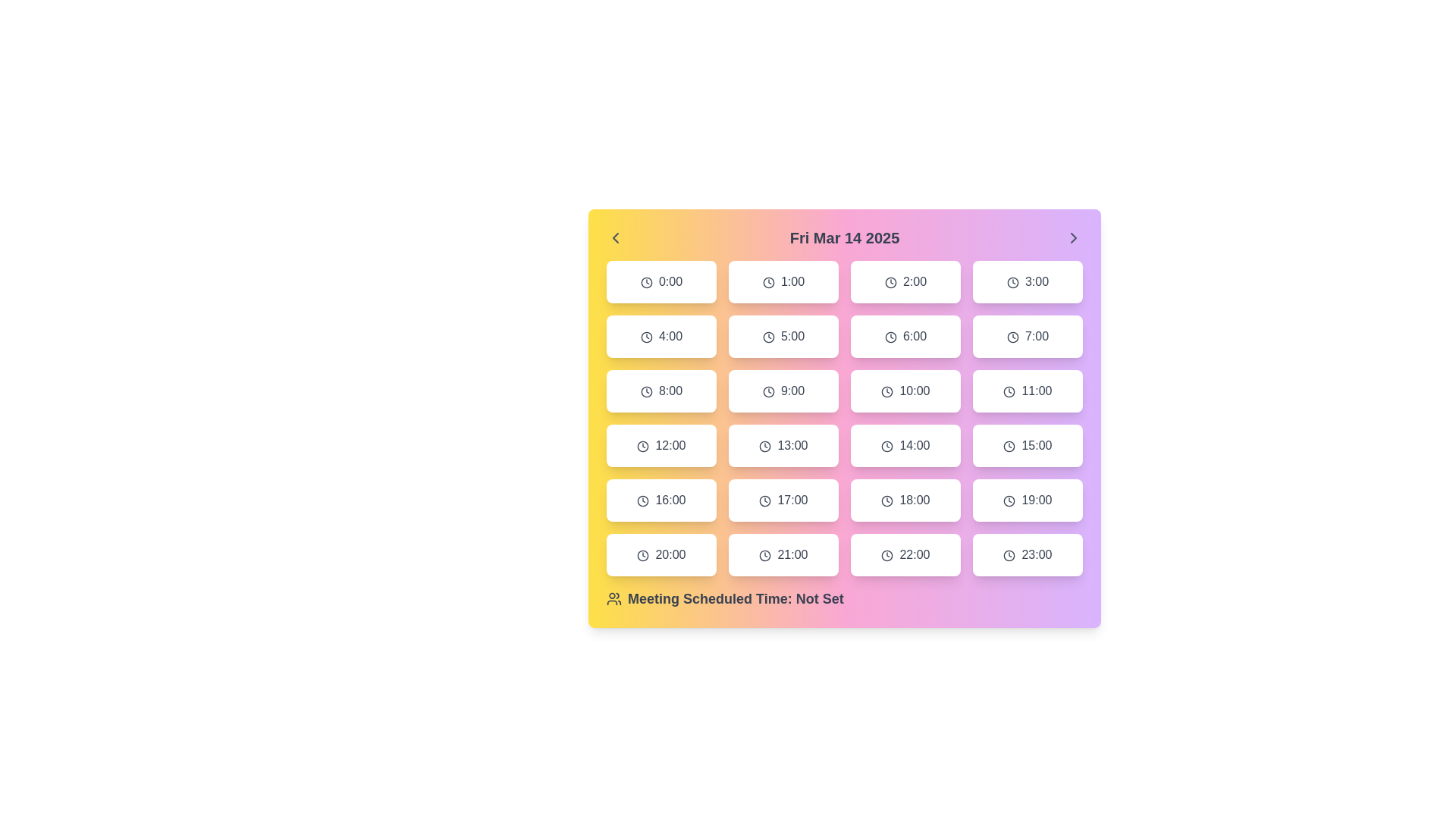 Image resolution: width=1456 pixels, height=819 pixels. I want to click on the SVG Circle element inside the clock icon located in the grid button labeled '15:00' in the fourth row and fourth column, so click(1009, 445).